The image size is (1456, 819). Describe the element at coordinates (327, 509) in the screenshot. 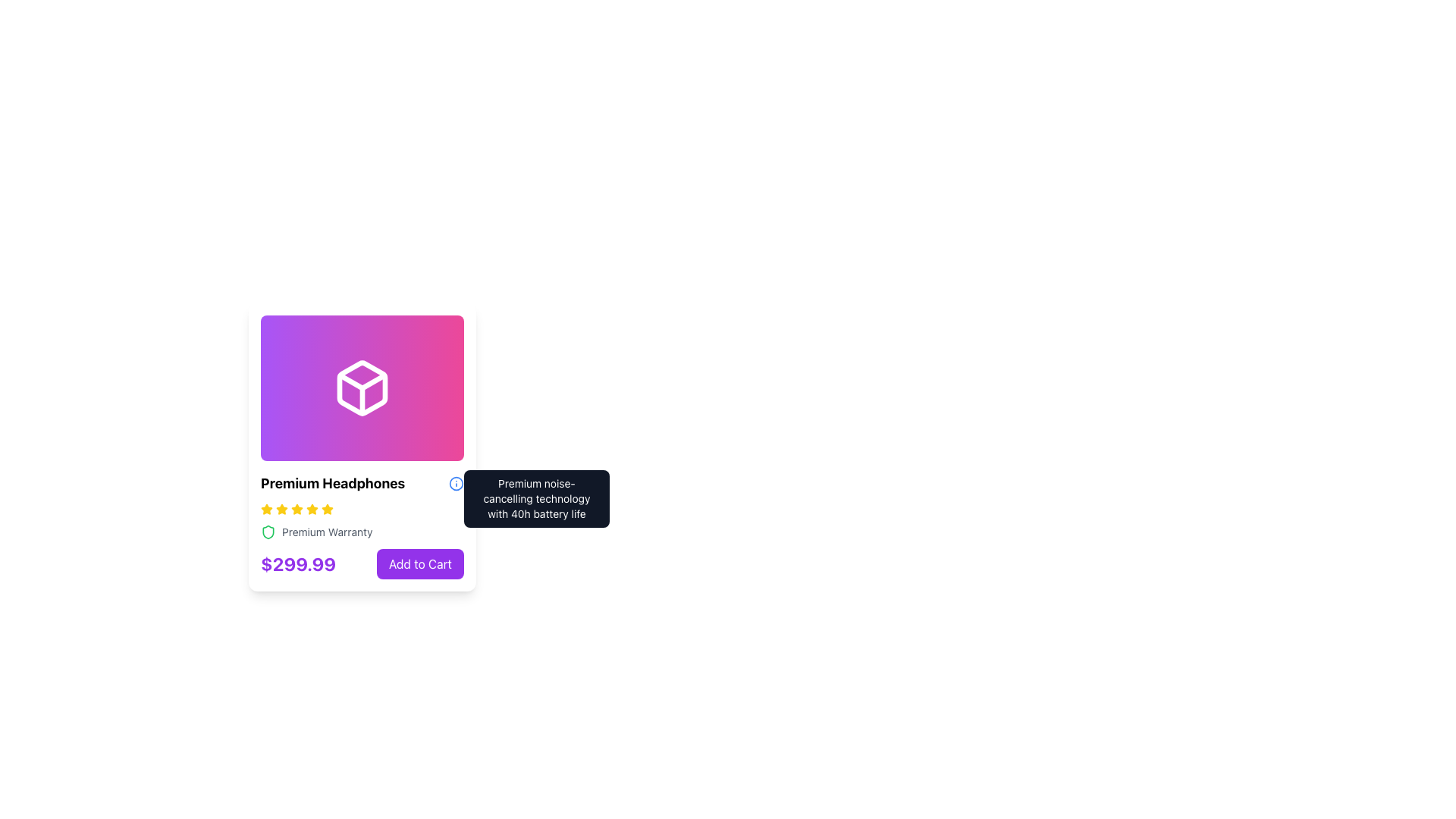

I see `the fourth star-shaped icon in the rating component below the product title 'Premium Headphones' to interact with the rating` at that location.